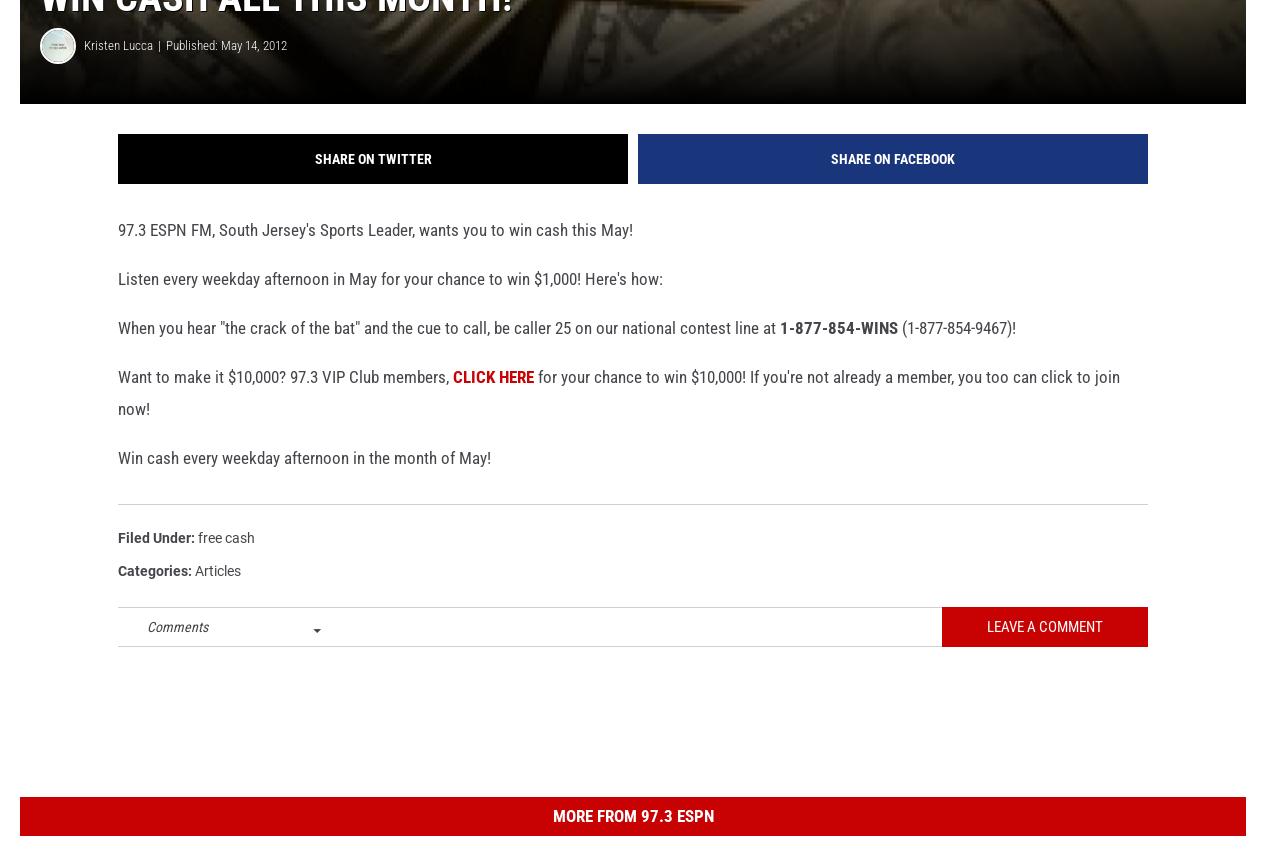 The width and height of the screenshot is (1286, 853). I want to click on '(1-877-854-9467)!', so click(957, 358).